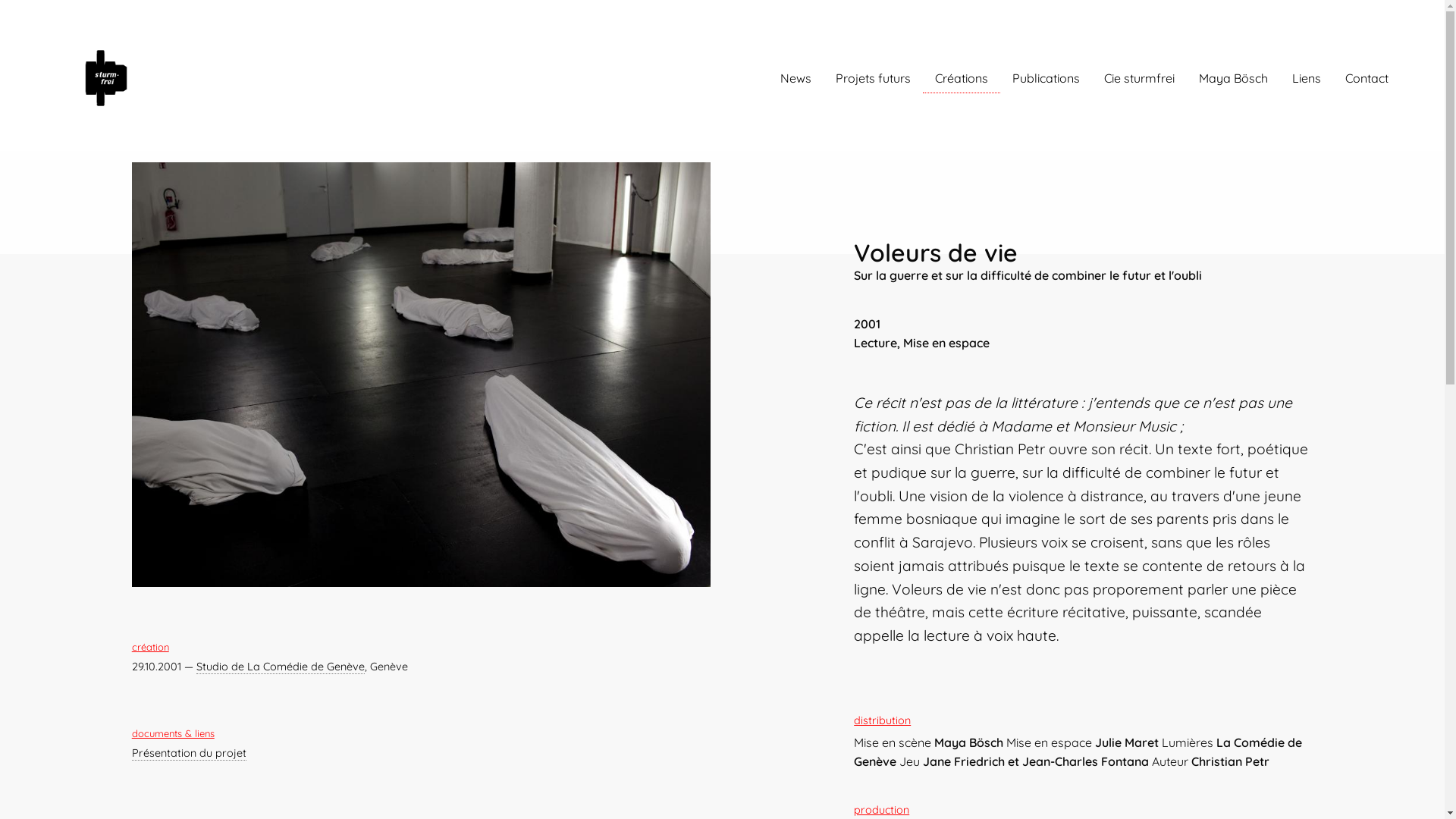  I want to click on 'Projets futurs', so click(873, 78).